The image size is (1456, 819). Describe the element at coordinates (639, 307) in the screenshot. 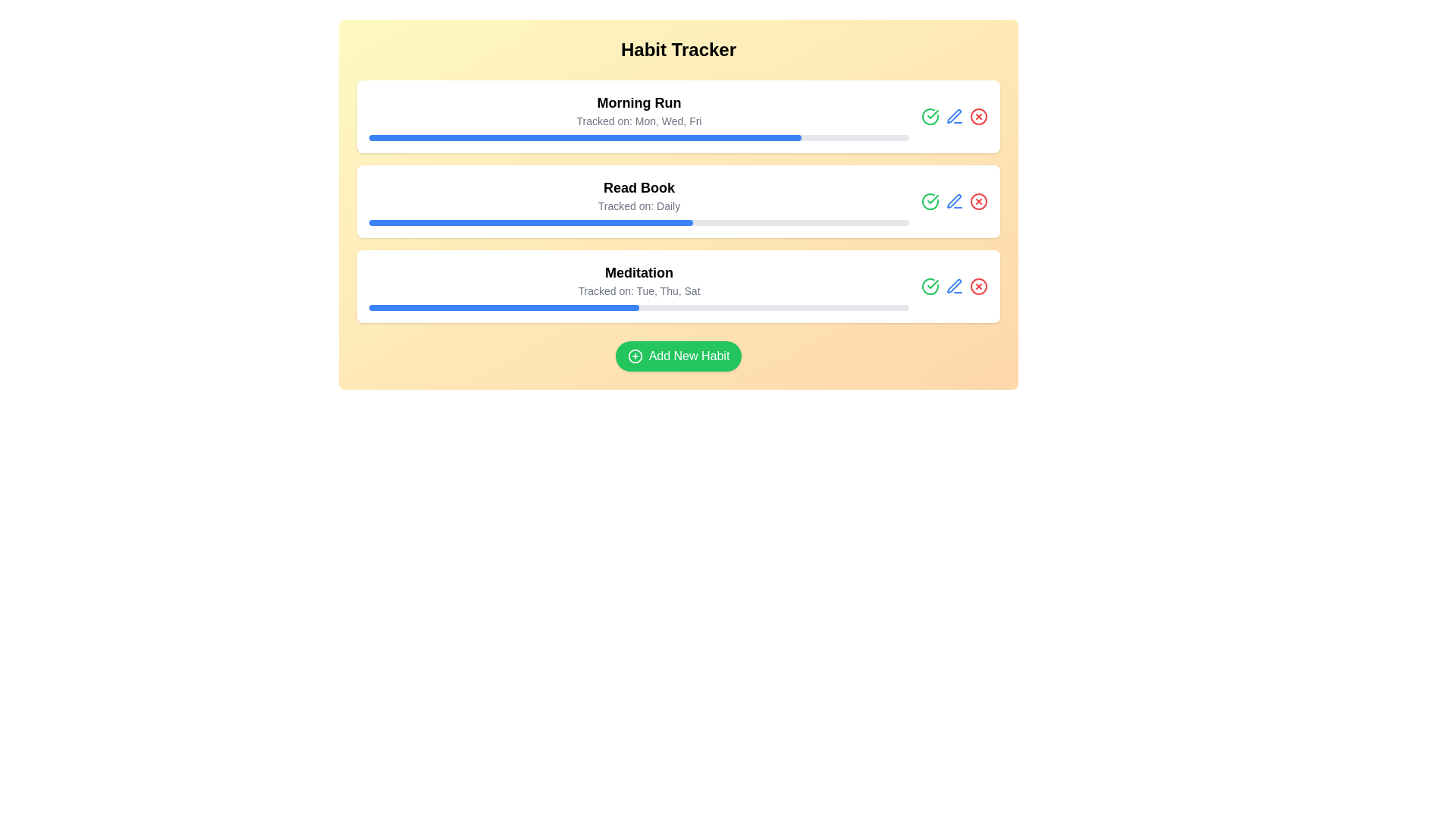

I see `the progress visually on the Progress bar indicating 50% completion for the 'Meditation' habit, located beneath the 'Meditation' title and 'Tracked on: Tue, Thu, Sat' text in the third habit tracking card` at that location.